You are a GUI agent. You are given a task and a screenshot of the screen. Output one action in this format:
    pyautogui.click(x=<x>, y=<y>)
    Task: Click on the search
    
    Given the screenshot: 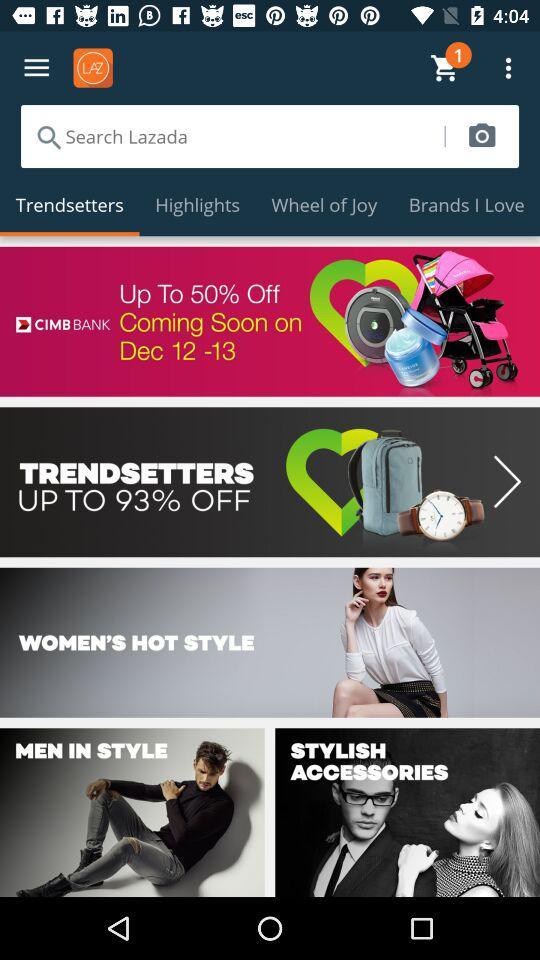 What is the action you would take?
    pyautogui.click(x=231, y=135)
    